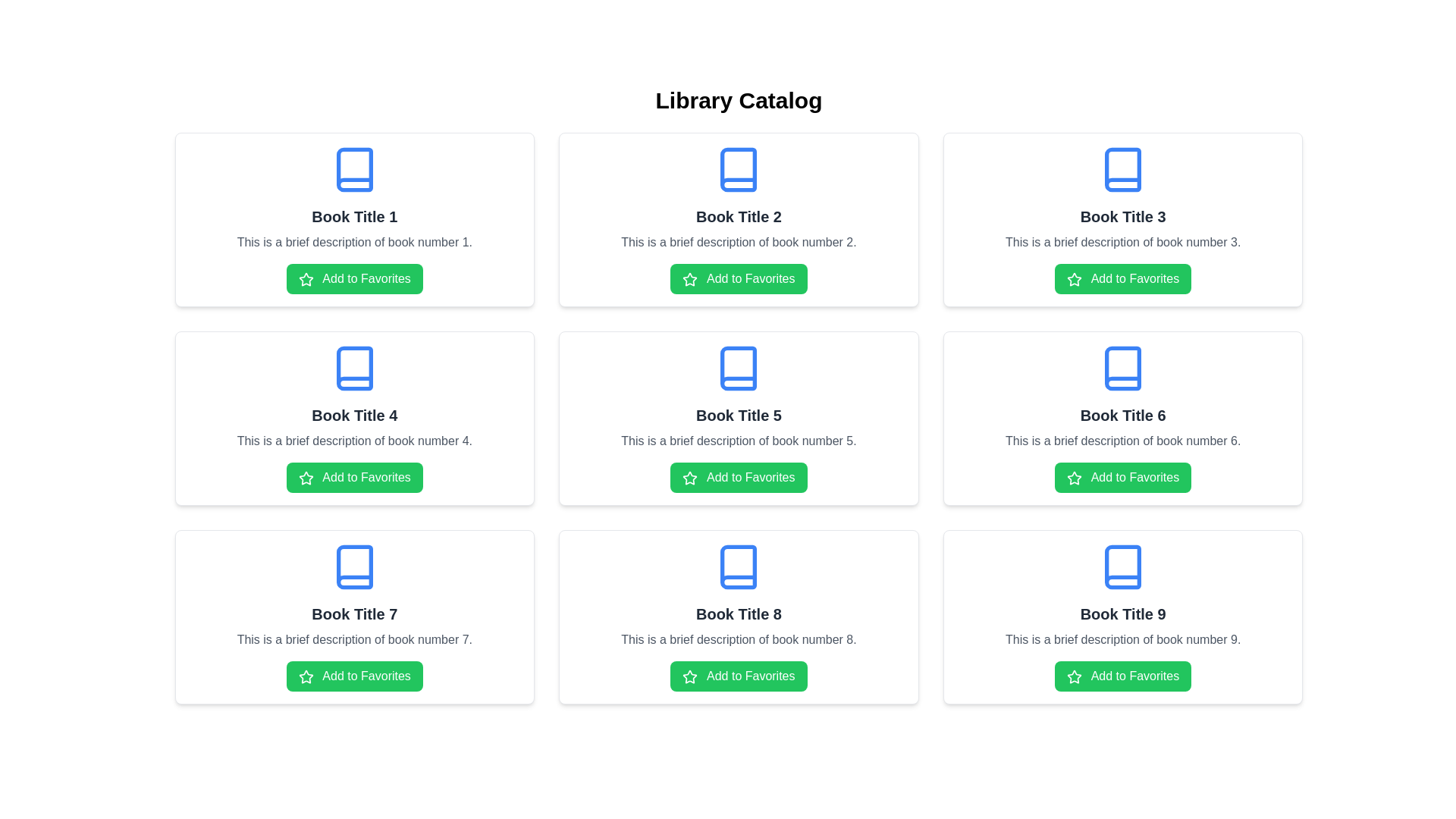 This screenshot has height=819, width=1456. I want to click on the blue book icon with rounded corners located in the second card of the grid, above the text 'Book Title 2', so click(739, 169).